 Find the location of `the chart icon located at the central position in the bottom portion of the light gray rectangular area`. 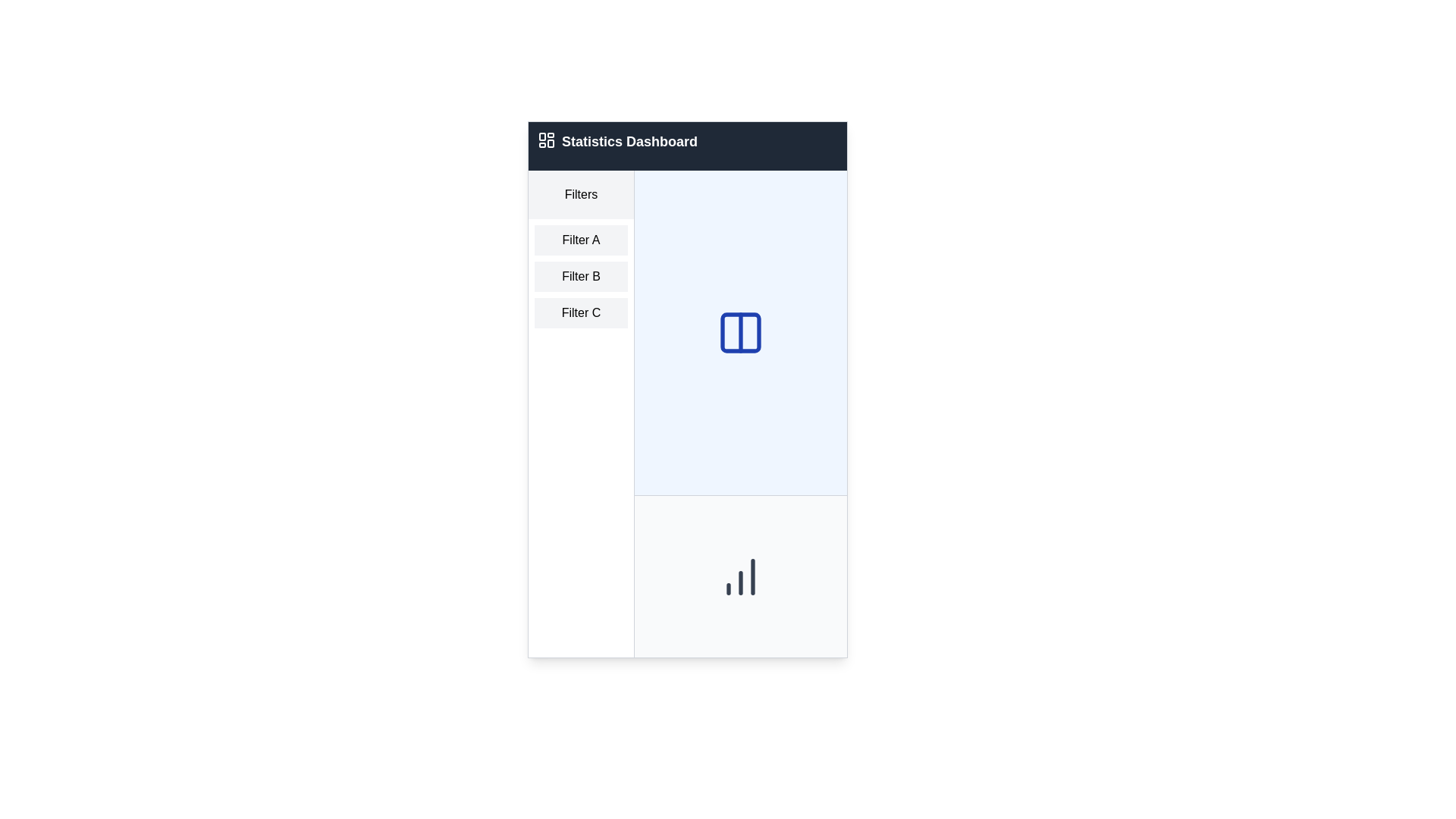

the chart icon located at the central position in the bottom portion of the light gray rectangular area is located at coordinates (740, 576).